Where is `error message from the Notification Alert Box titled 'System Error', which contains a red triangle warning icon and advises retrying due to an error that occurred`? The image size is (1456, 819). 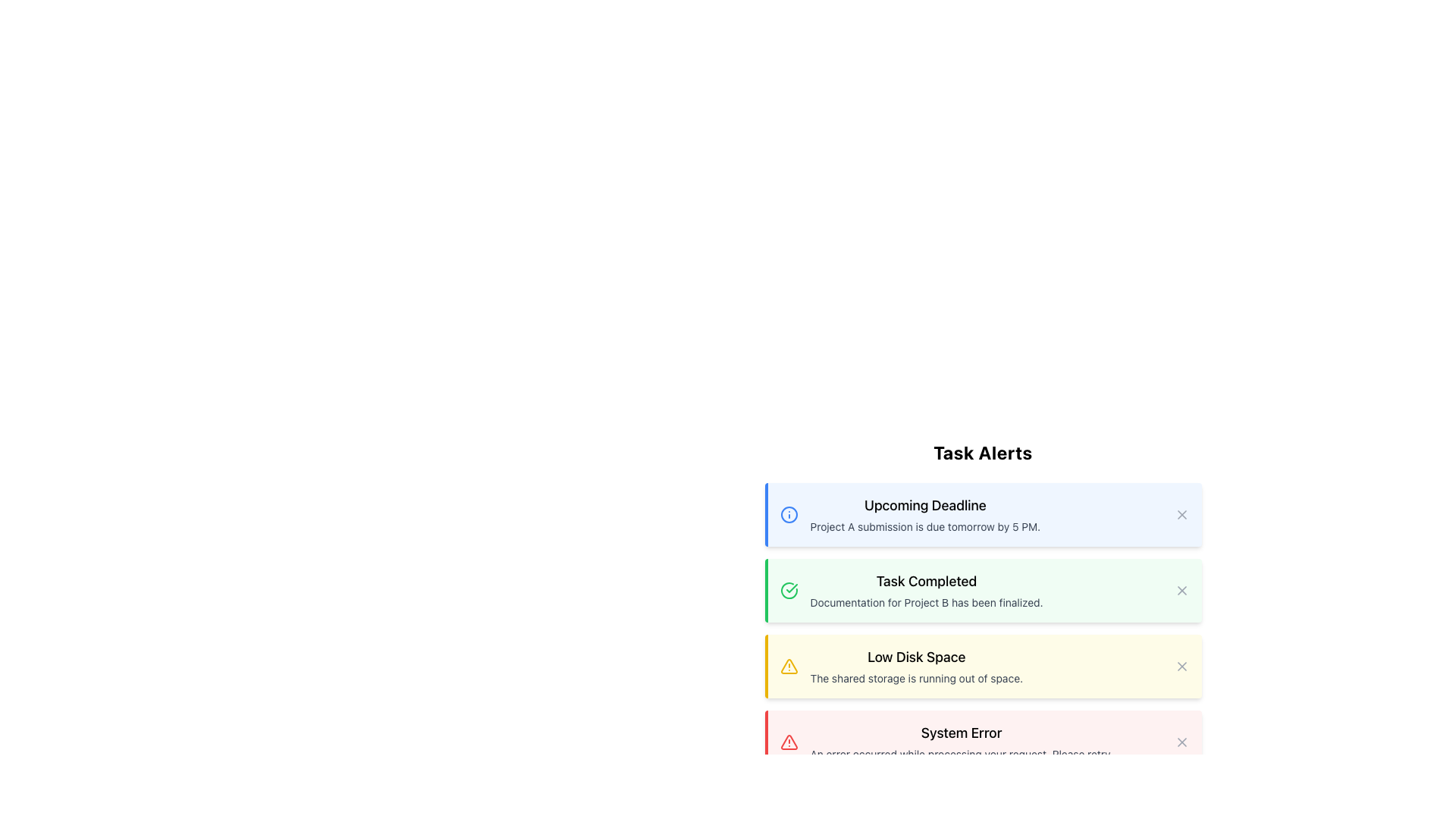
error message from the Notification Alert Box titled 'System Error', which contains a red triangle warning icon and advises retrying due to an error that occurred is located at coordinates (984, 742).